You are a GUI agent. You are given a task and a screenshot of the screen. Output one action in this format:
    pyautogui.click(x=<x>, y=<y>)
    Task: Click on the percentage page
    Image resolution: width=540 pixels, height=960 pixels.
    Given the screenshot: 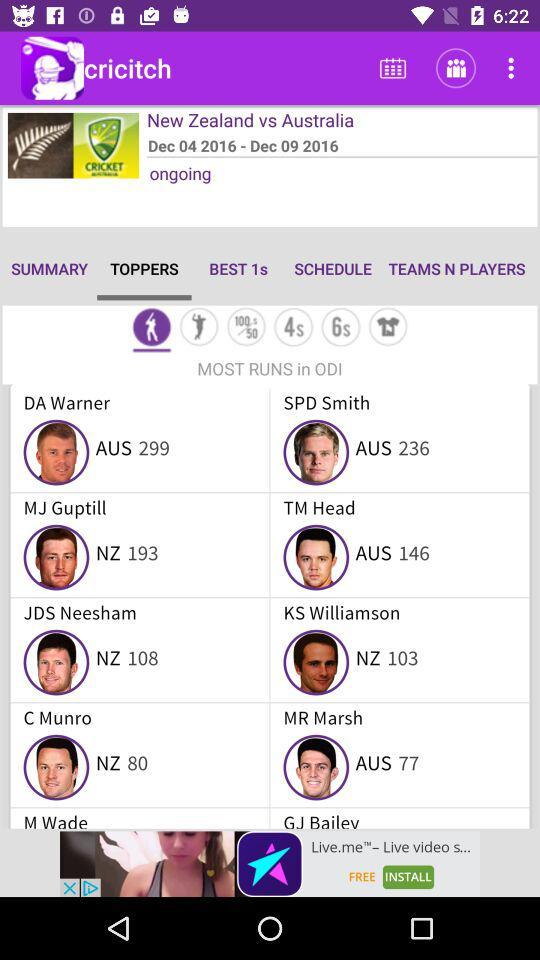 What is the action you would take?
    pyautogui.click(x=246, y=329)
    